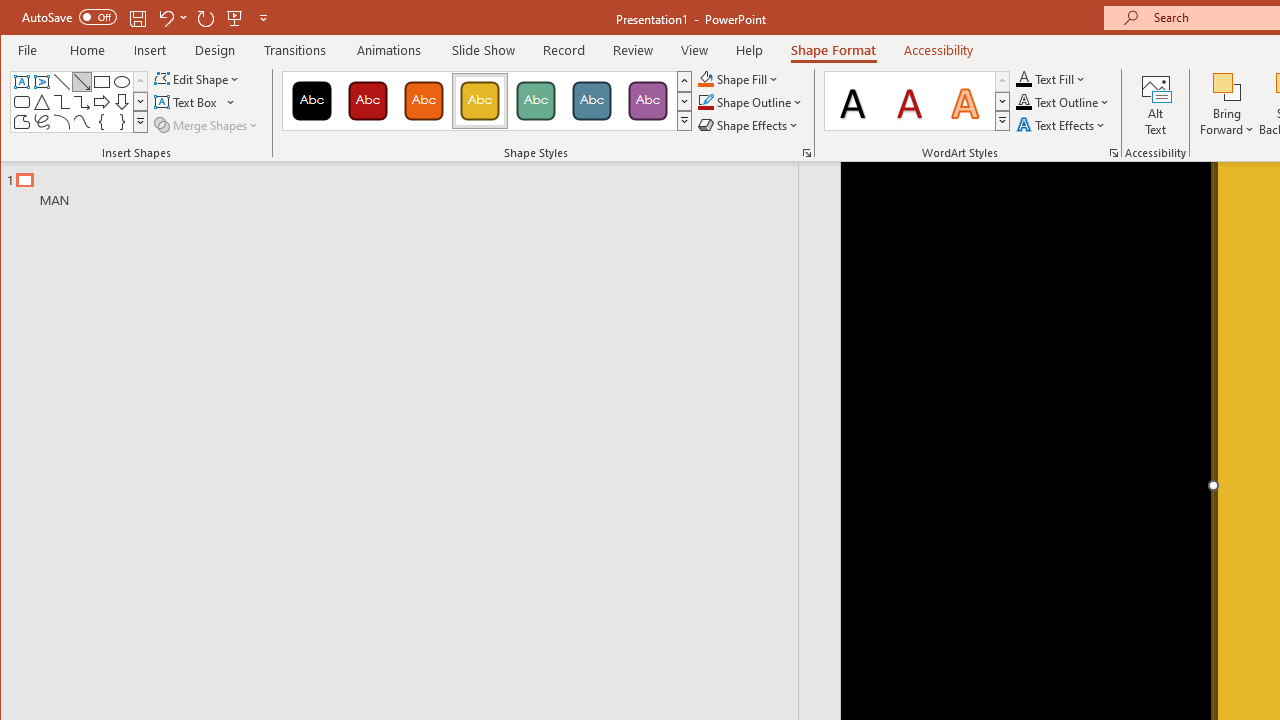 The image size is (1280, 720). I want to click on 'Text Effects', so click(1061, 125).